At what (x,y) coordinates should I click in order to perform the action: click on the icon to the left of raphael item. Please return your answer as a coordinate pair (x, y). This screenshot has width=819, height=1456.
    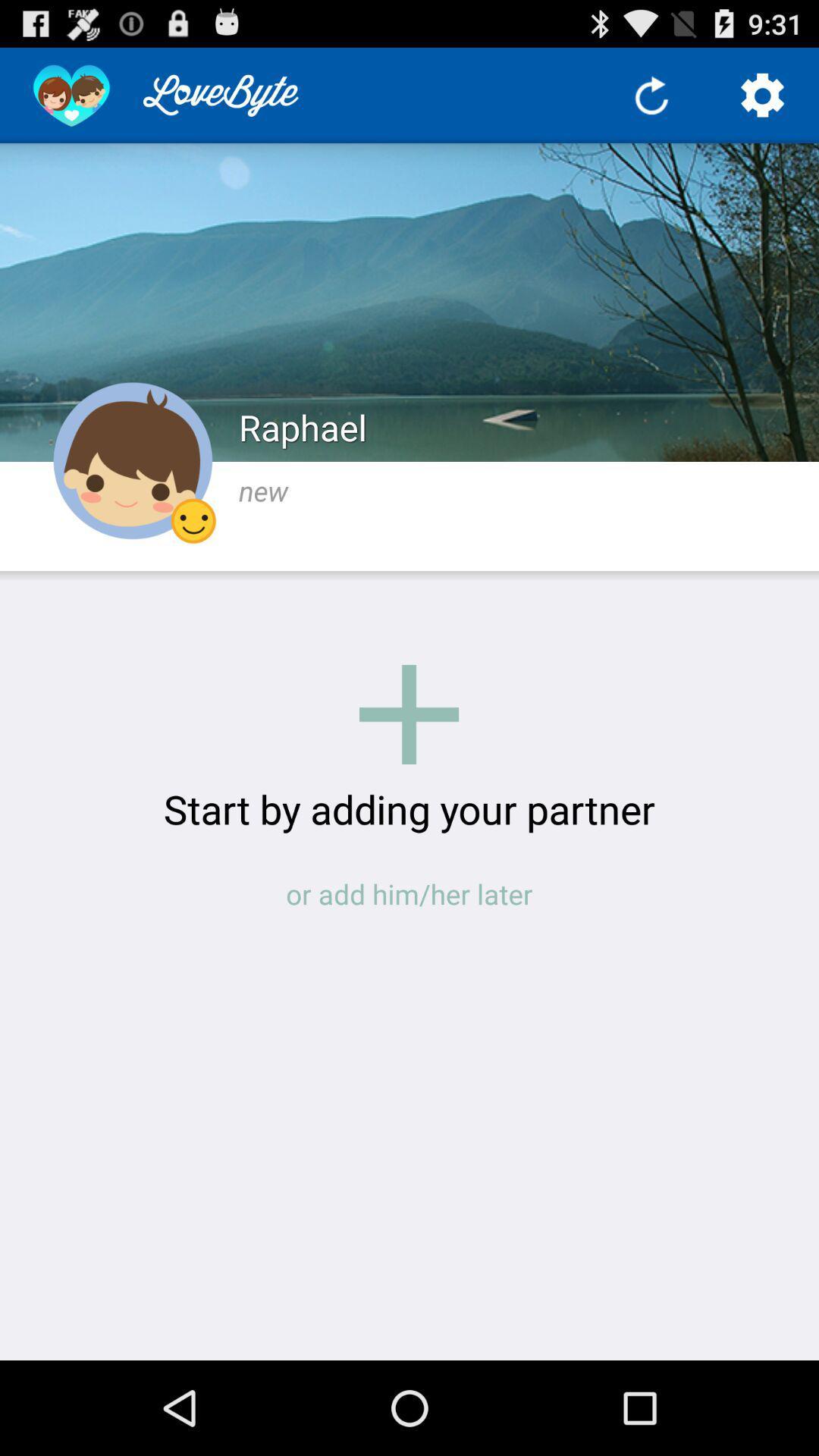
    Looking at the image, I should click on (132, 460).